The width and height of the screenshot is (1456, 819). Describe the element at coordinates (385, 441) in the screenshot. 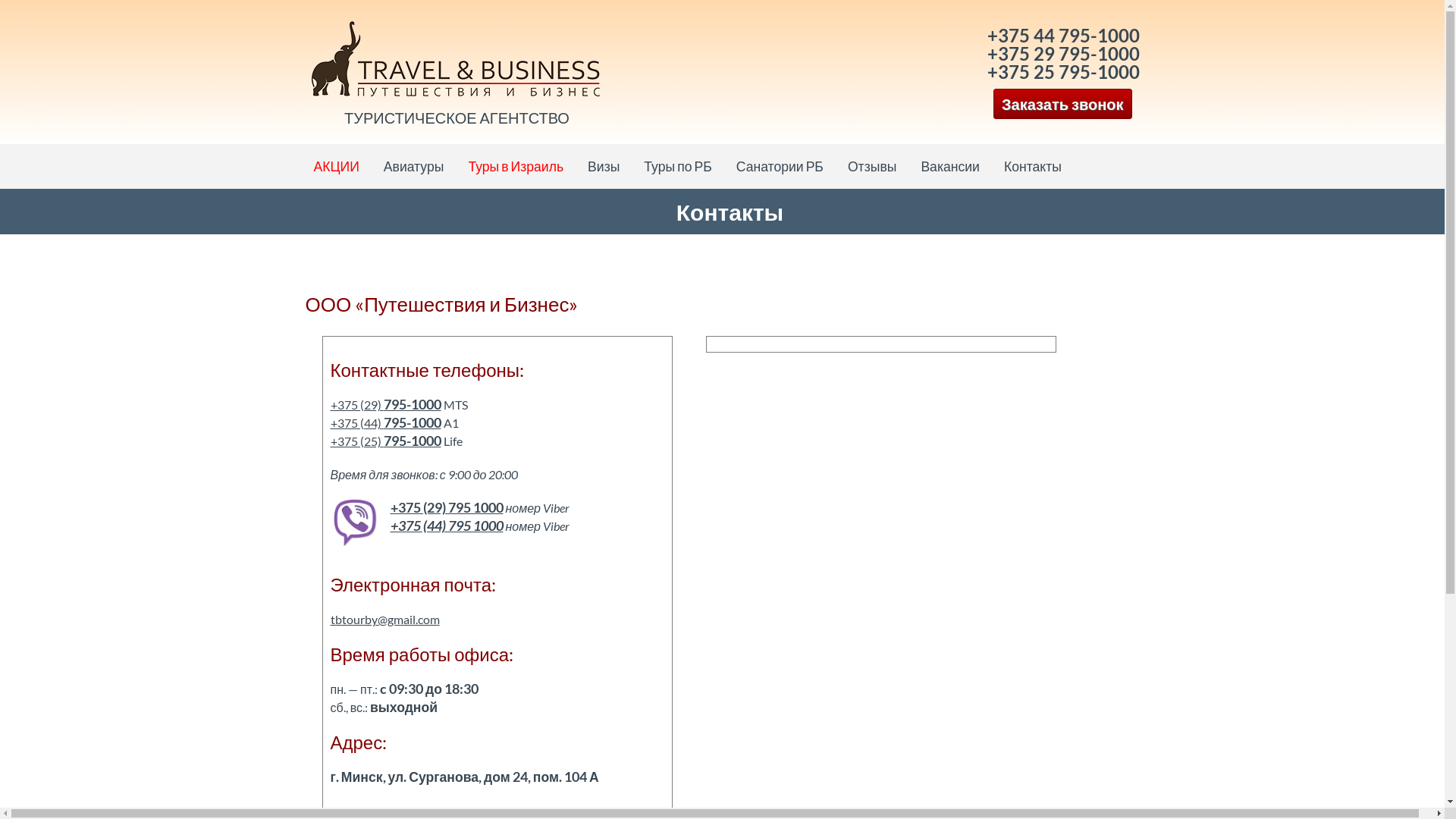

I see `'+375 (25) 795-1000'` at that location.